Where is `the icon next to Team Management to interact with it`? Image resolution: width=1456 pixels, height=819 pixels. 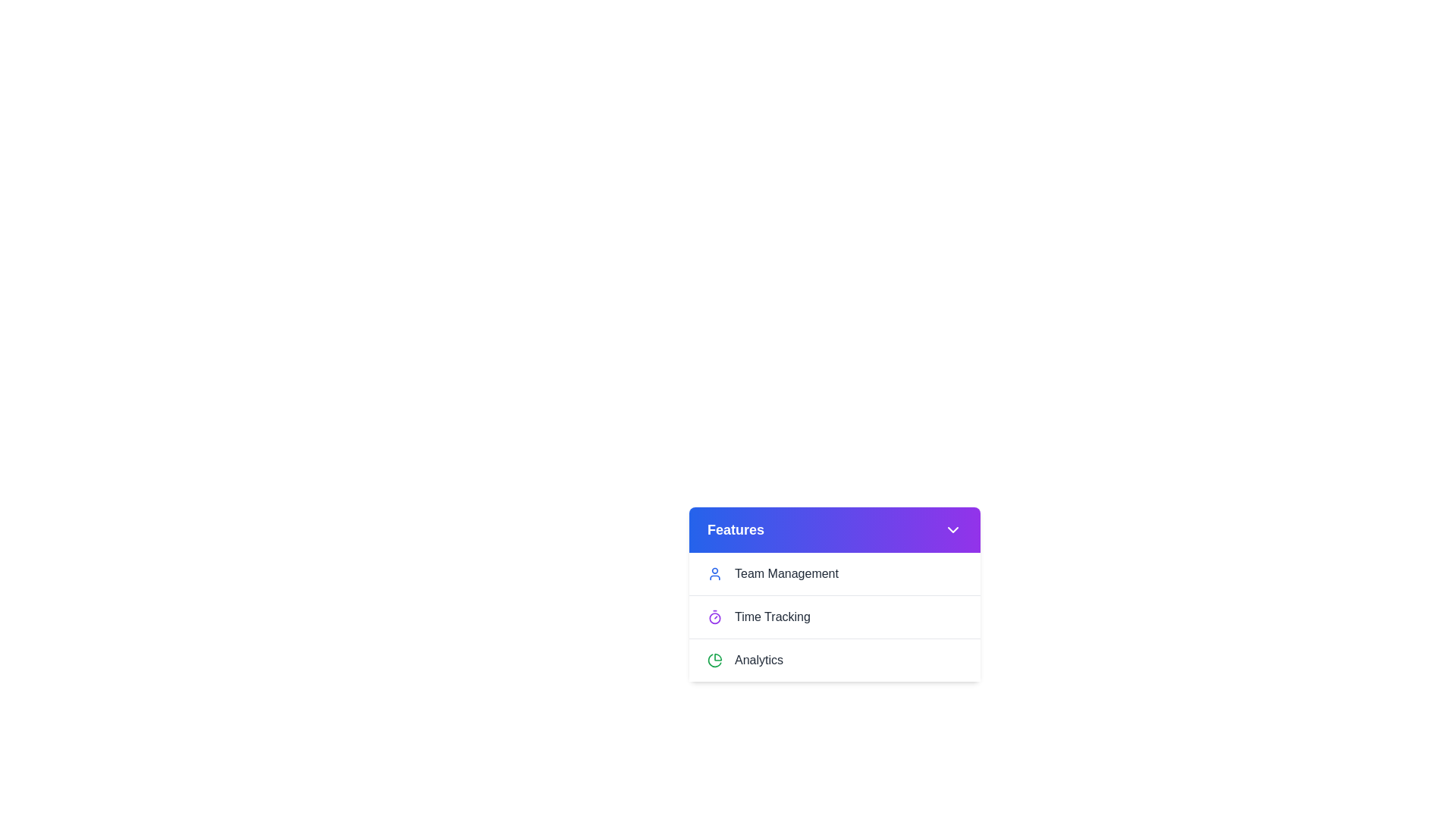 the icon next to Team Management to interact with it is located at coordinates (714, 573).